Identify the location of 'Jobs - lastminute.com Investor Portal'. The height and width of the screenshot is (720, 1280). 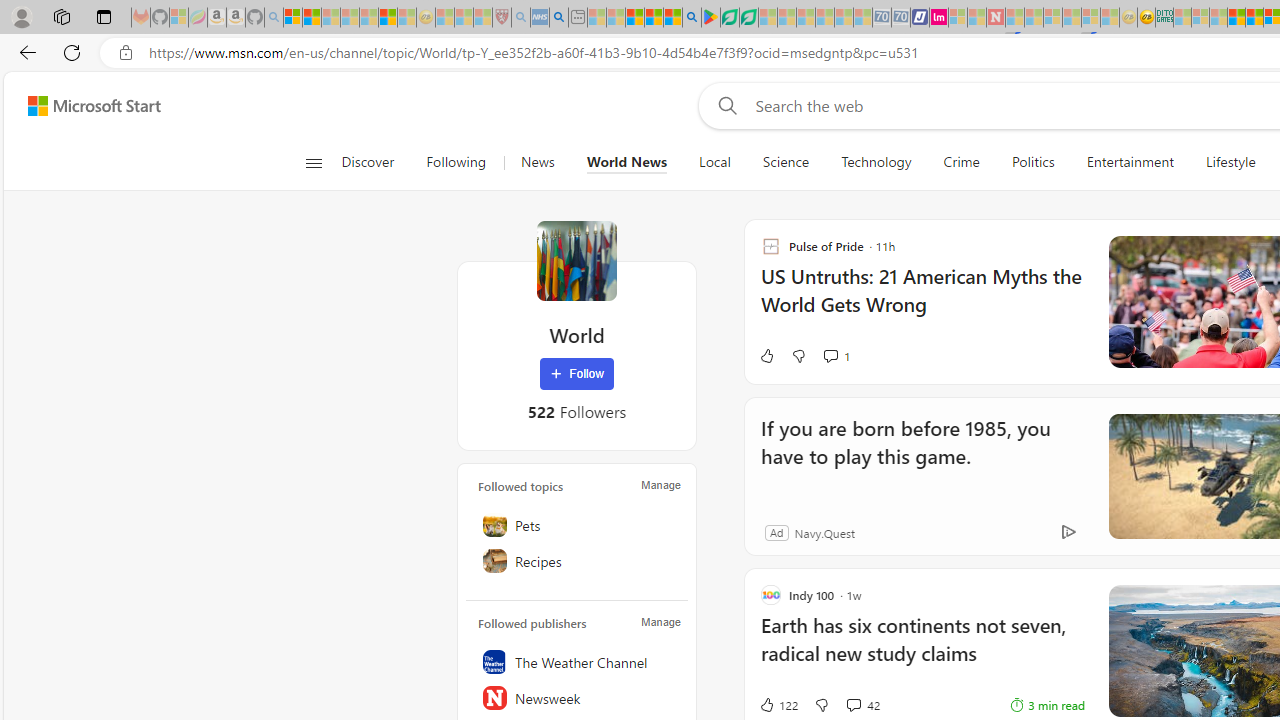
(938, 17).